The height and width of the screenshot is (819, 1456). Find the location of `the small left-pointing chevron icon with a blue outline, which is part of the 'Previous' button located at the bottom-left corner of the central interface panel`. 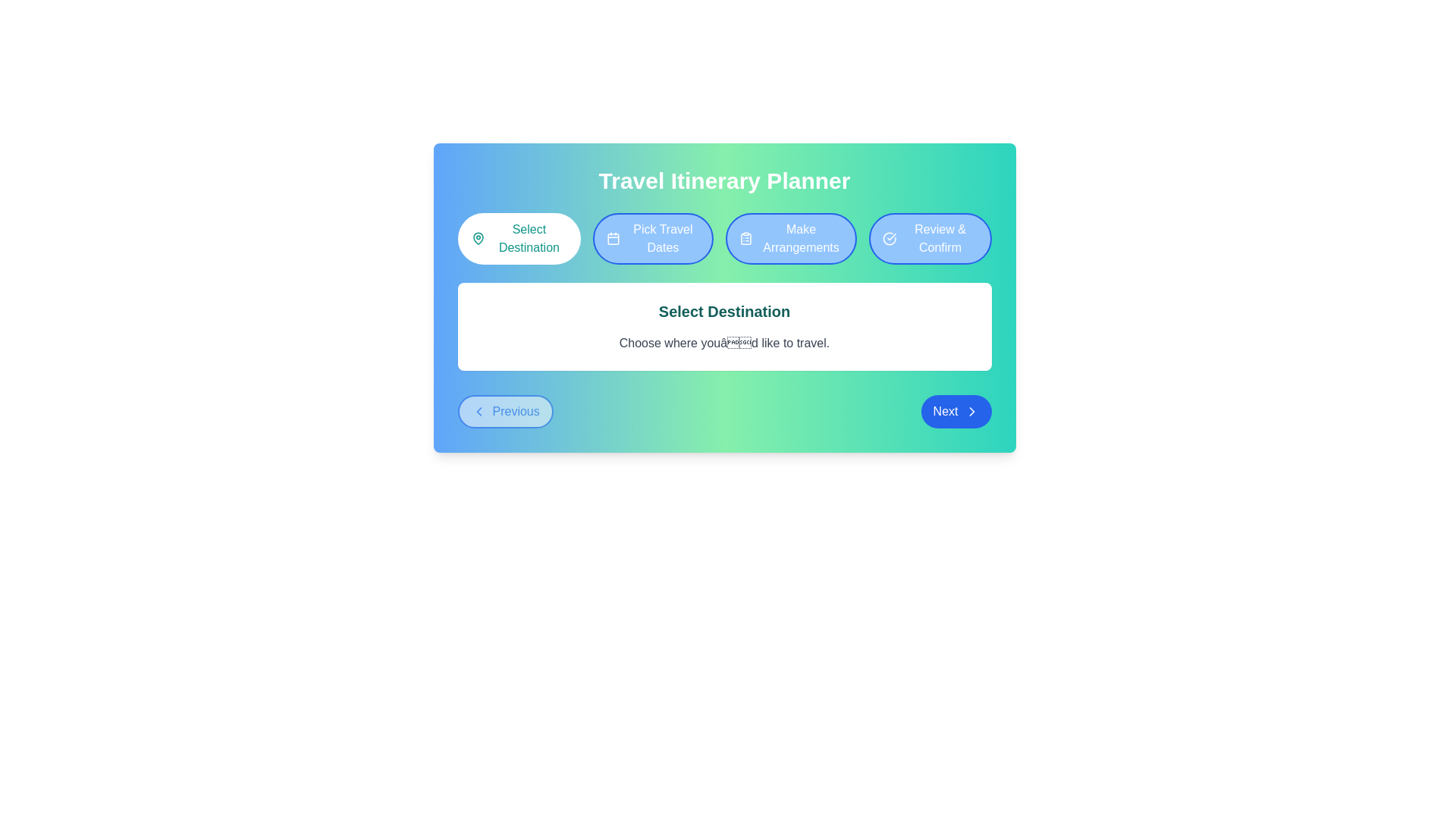

the small left-pointing chevron icon with a blue outline, which is part of the 'Previous' button located at the bottom-left corner of the central interface panel is located at coordinates (478, 412).